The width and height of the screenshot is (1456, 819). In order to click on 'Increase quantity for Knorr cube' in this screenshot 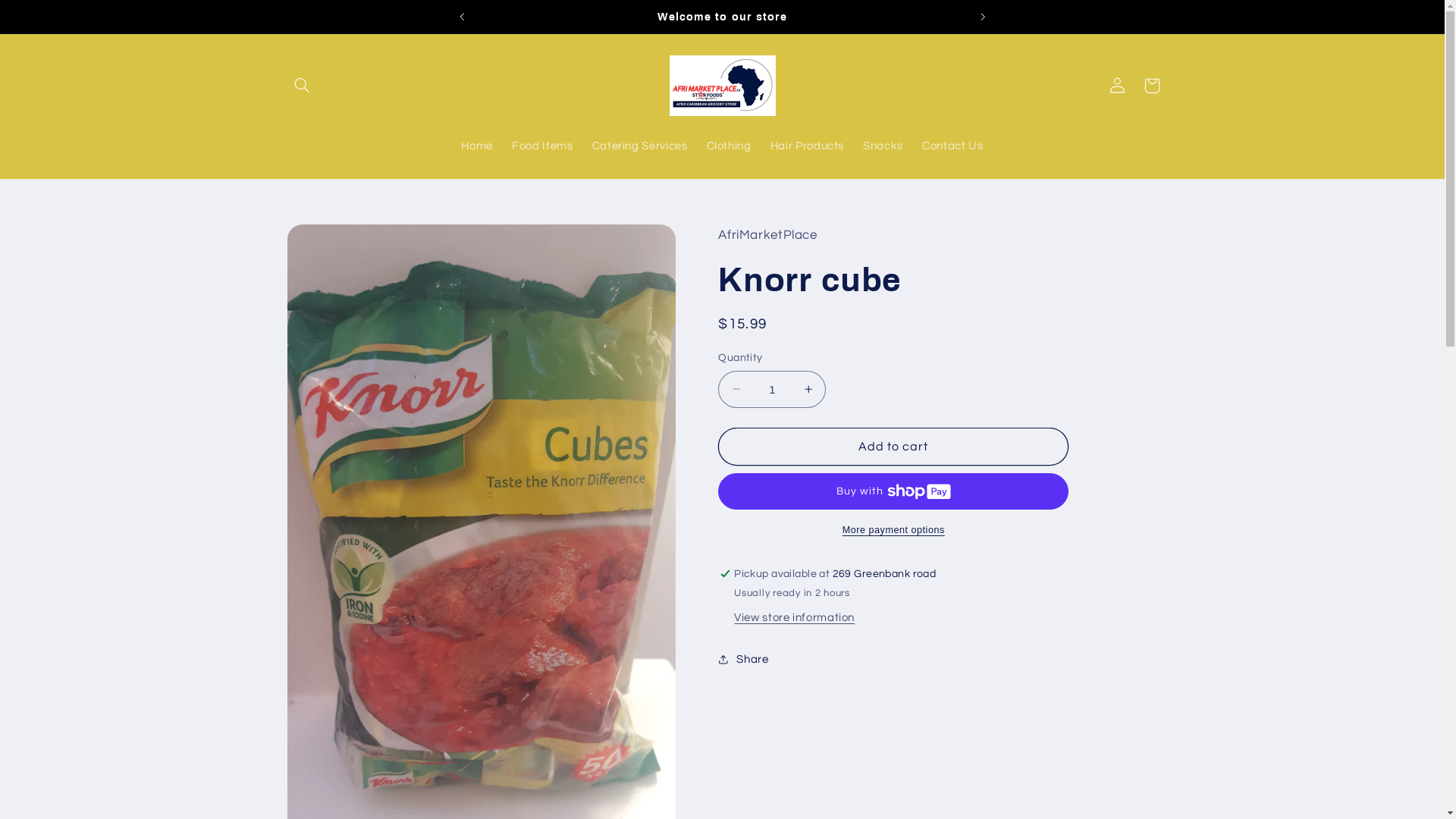, I will do `click(807, 388)`.